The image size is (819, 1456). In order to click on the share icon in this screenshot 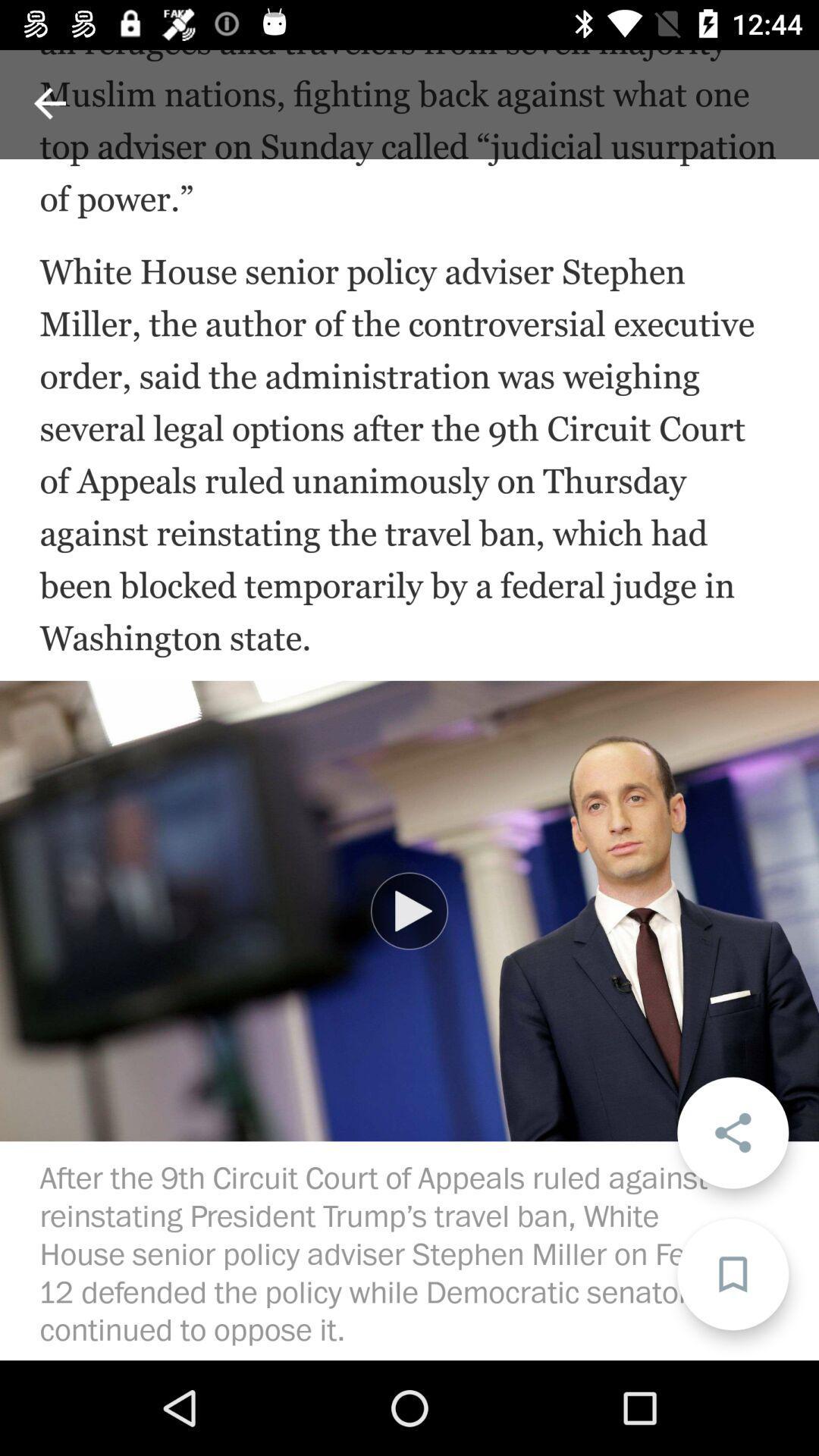, I will do `click(732, 1132)`.